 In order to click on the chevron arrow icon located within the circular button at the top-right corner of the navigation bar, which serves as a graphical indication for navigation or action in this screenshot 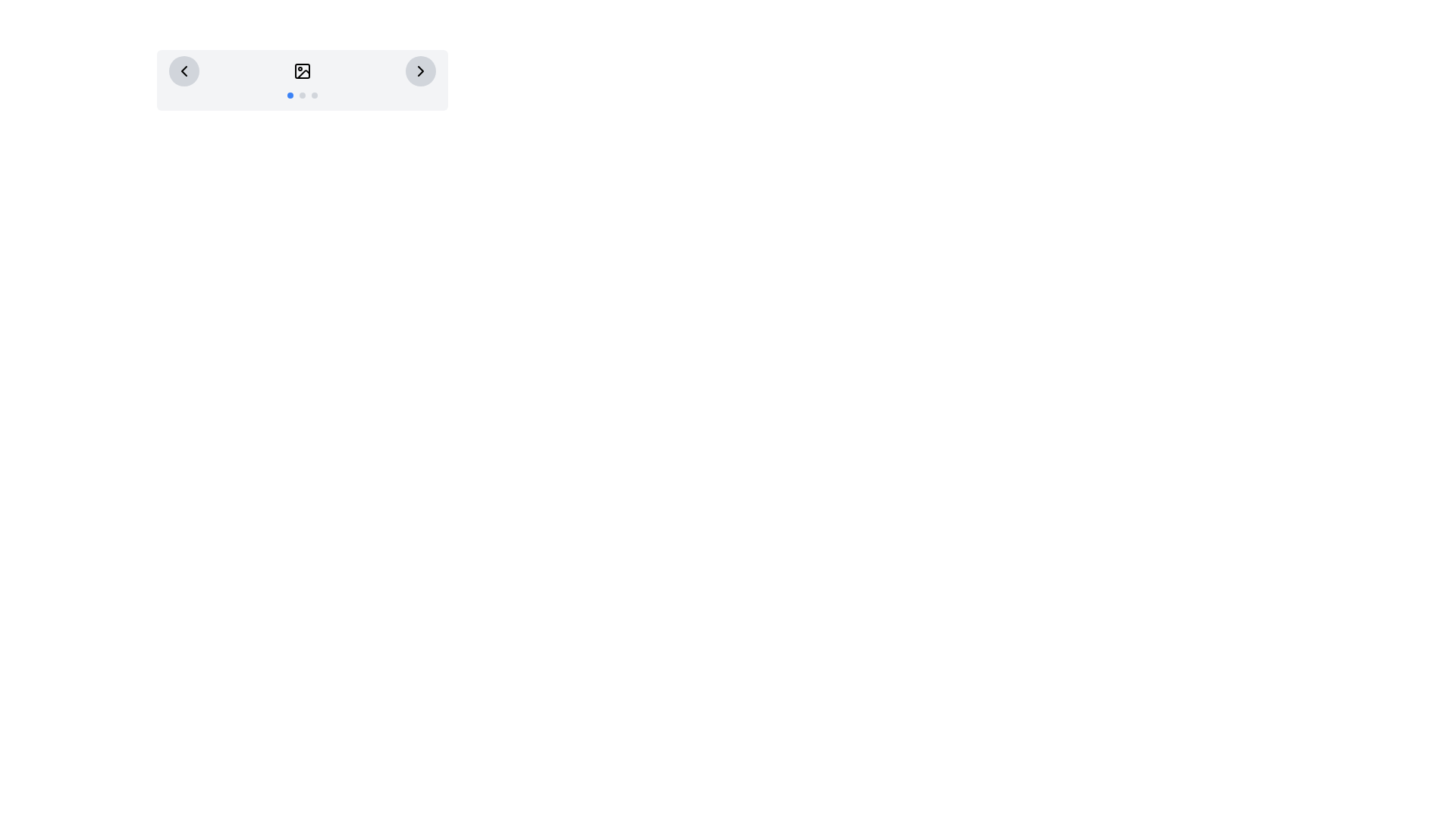, I will do `click(420, 71)`.